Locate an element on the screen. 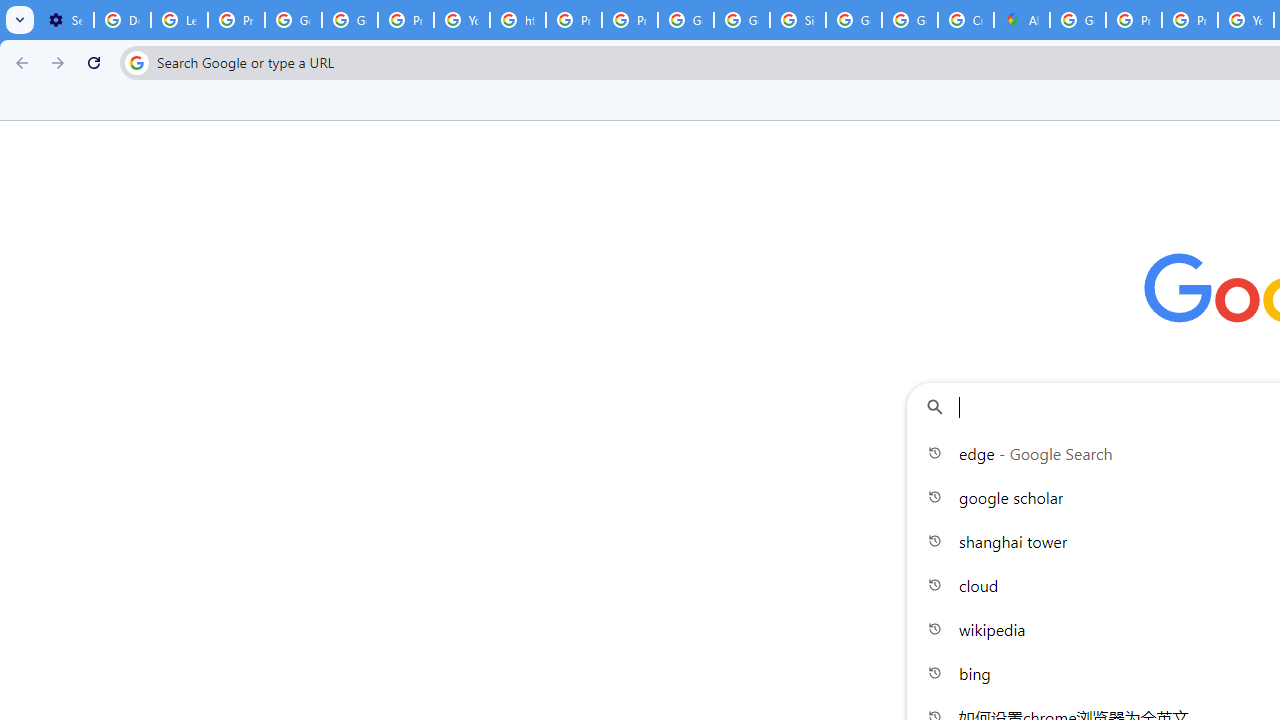 The width and height of the screenshot is (1280, 720). 'Settings - Performance' is located at coordinates (65, 20).